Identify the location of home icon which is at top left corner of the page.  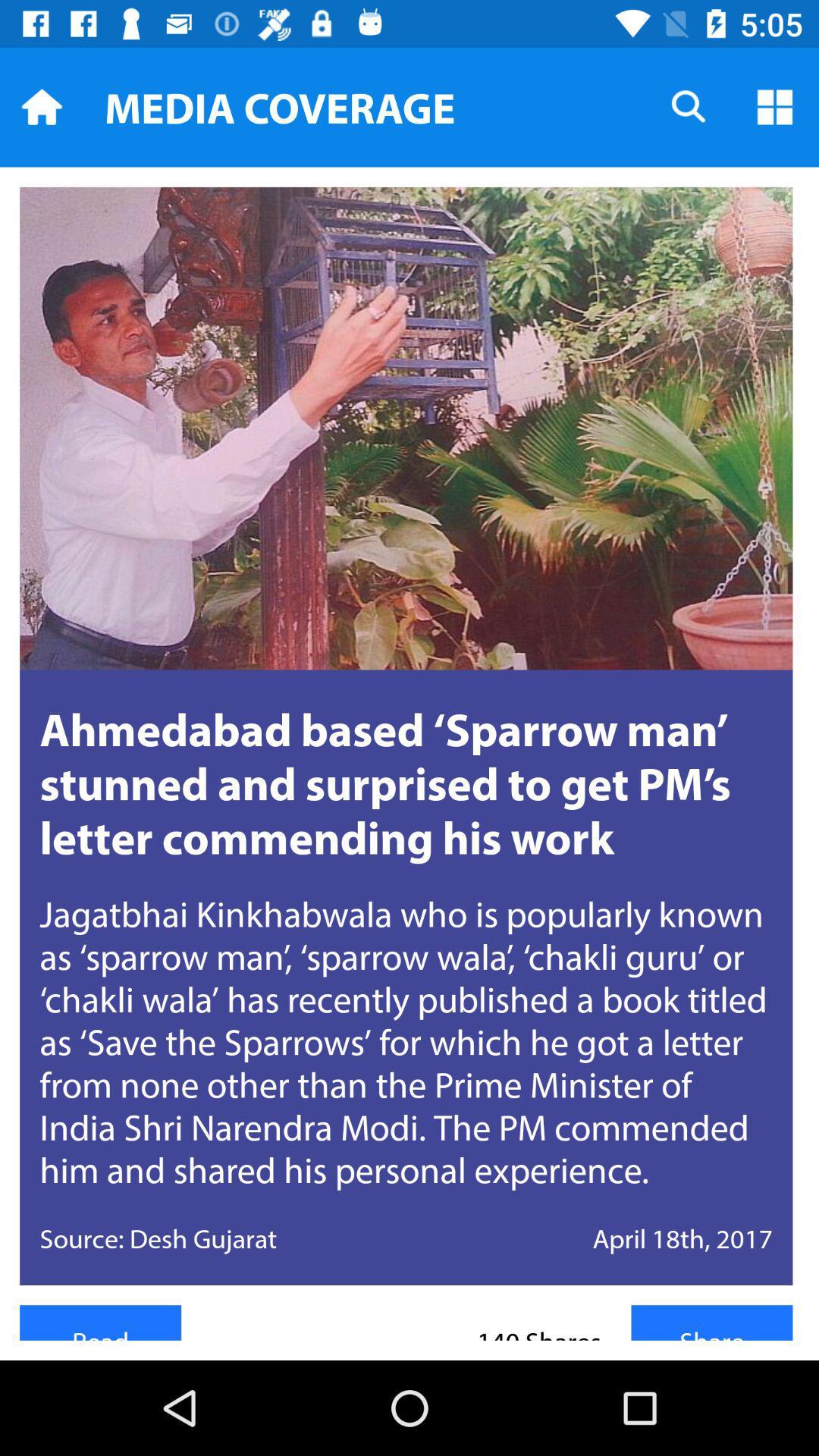
(42, 106).